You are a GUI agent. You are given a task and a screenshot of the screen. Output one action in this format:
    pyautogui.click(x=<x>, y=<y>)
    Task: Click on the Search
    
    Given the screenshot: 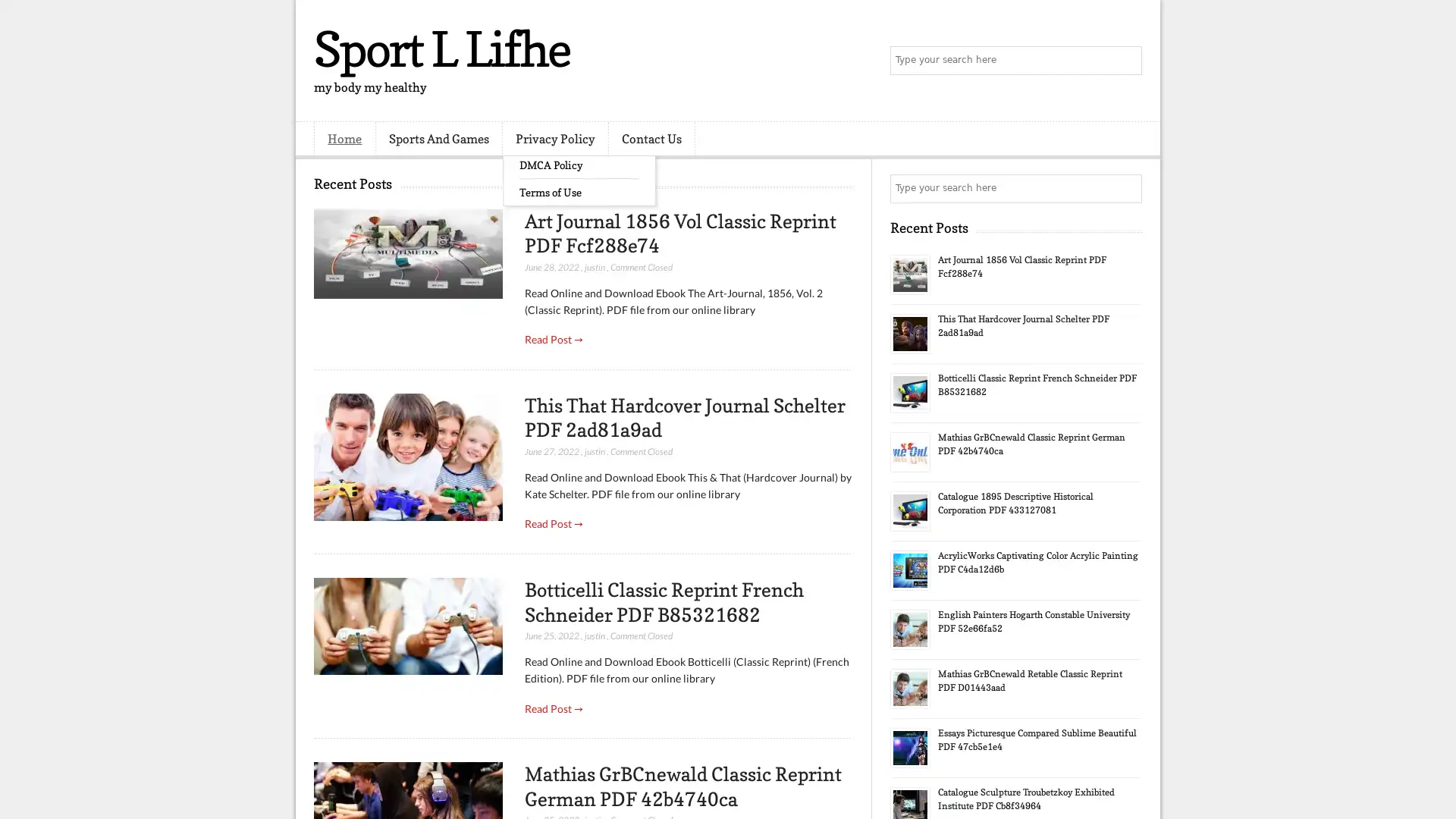 What is the action you would take?
    pyautogui.click(x=1126, y=188)
    